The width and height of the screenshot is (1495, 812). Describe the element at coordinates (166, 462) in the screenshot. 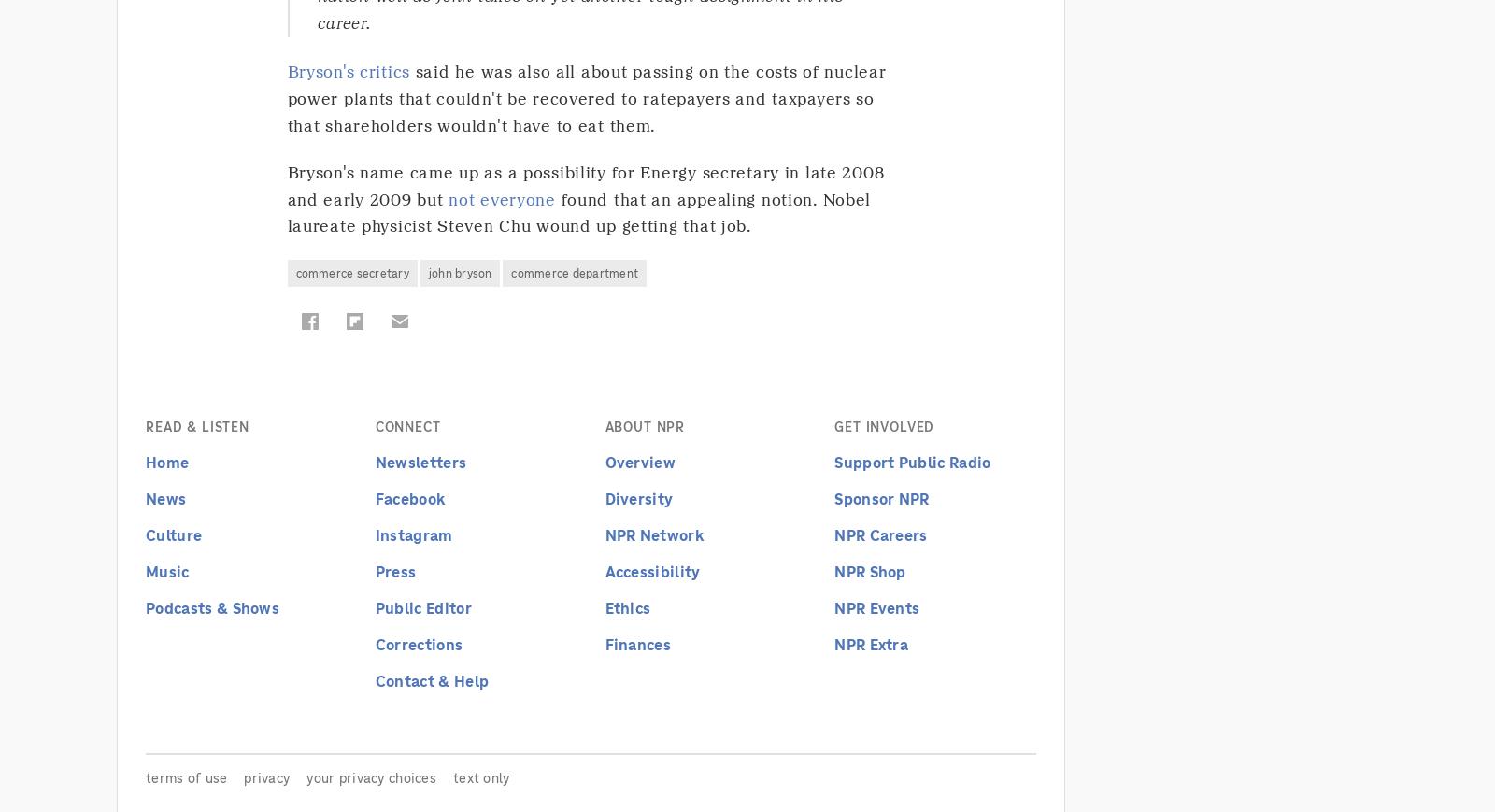

I see `'Home'` at that location.